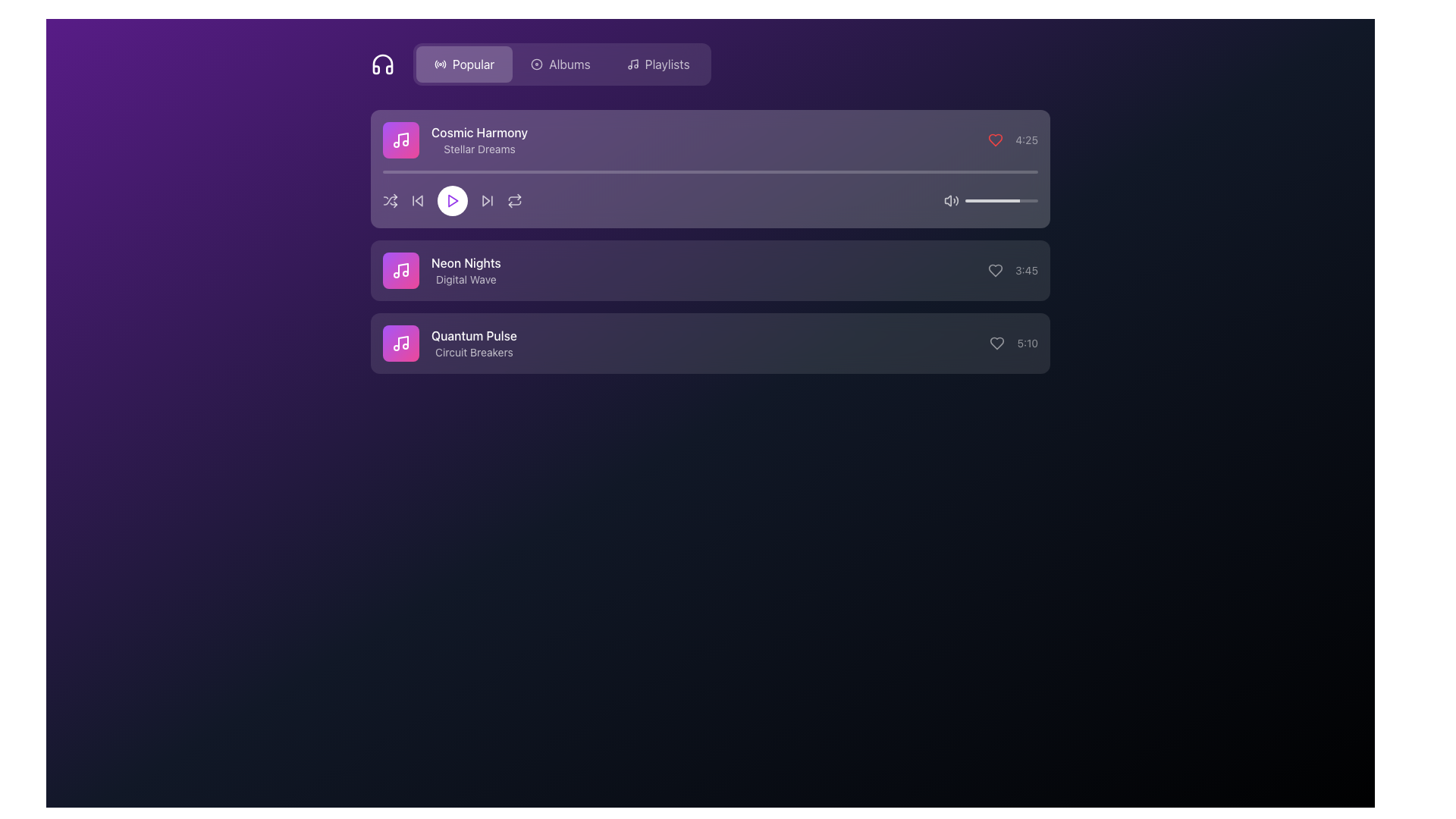 The width and height of the screenshot is (1456, 819). Describe the element at coordinates (465, 270) in the screenshot. I see `the text label that represents the second entry in a vertical list of music items, positioned between 'Cosmic Harmony' and 'Quantum Pulse'` at that location.